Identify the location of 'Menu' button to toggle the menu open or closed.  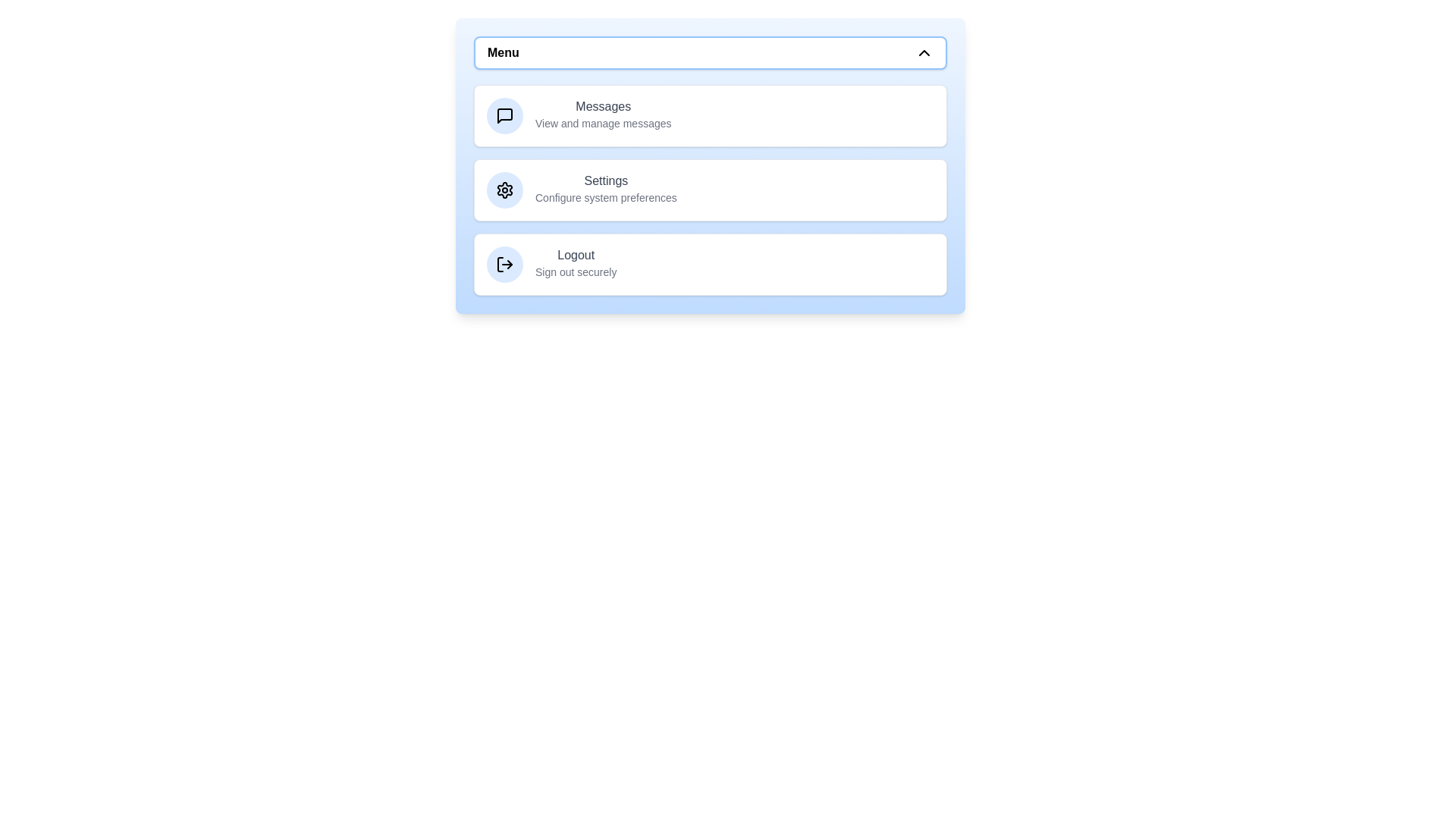
(709, 52).